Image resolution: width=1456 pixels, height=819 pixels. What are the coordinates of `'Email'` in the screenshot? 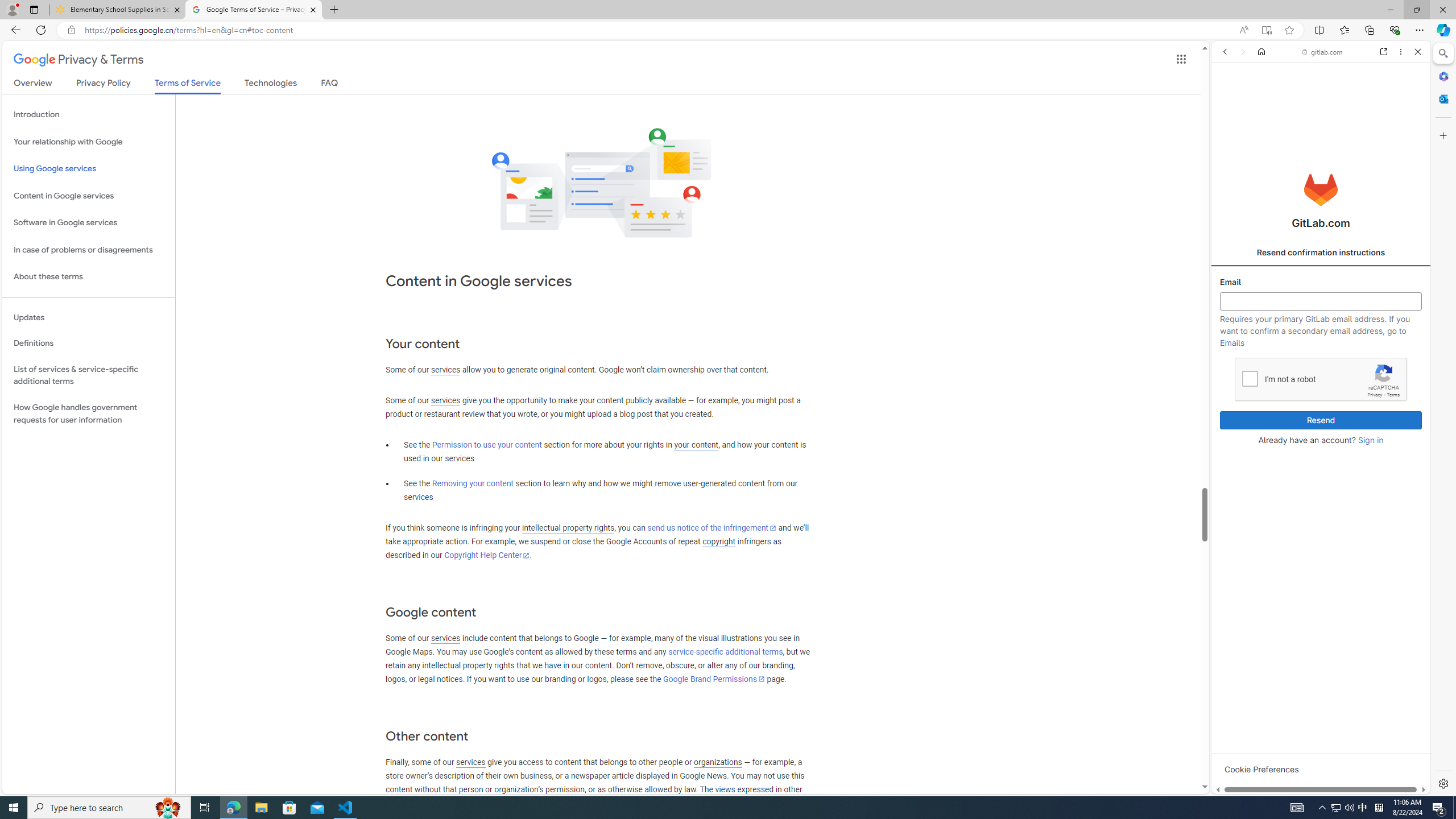 It's located at (1321, 301).